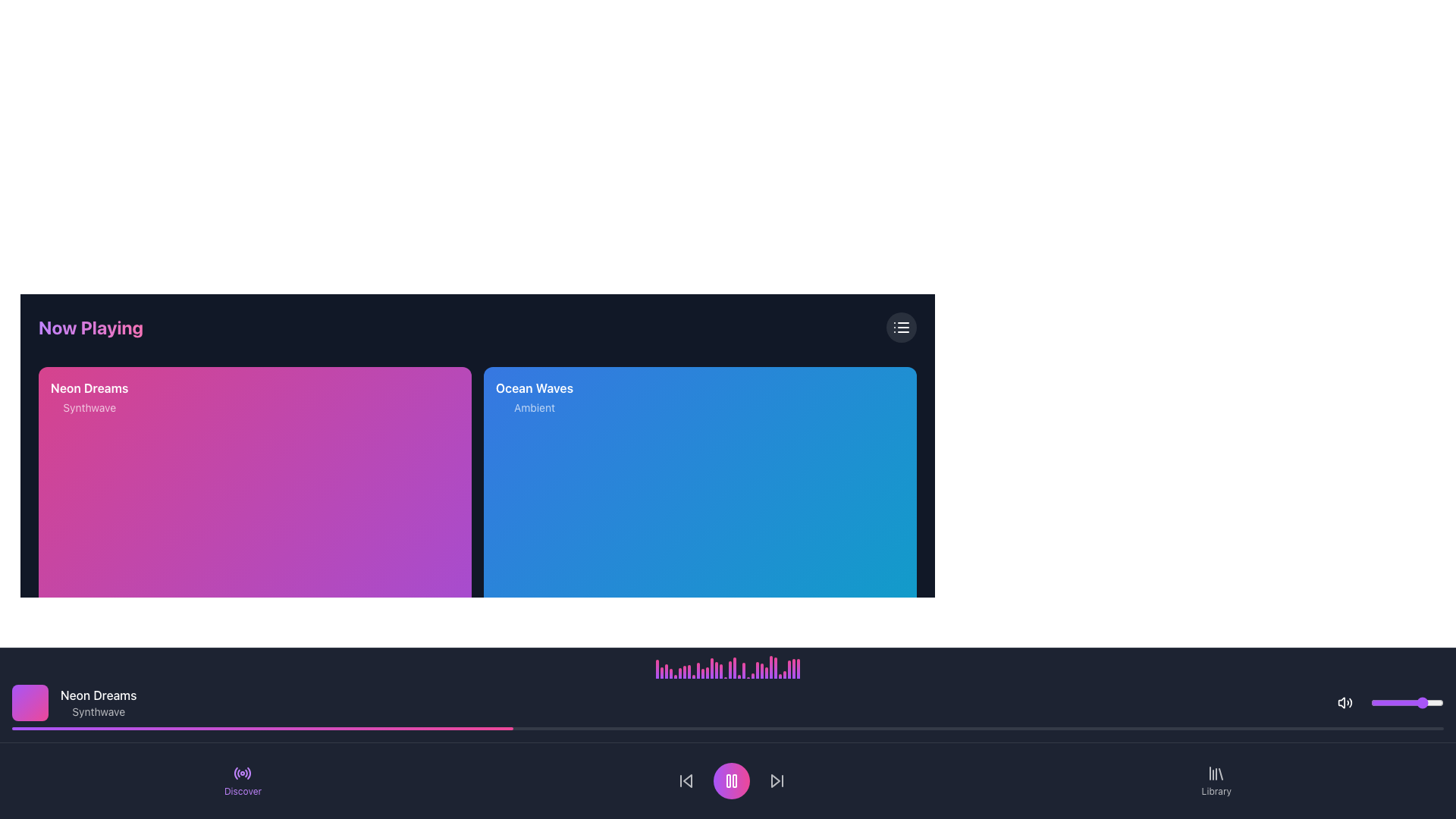 Image resolution: width=1456 pixels, height=819 pixels. I want to click on the 'Ocean Waves' text label, which identifies the current audio track in the Now Playing section, so click(535, 388).